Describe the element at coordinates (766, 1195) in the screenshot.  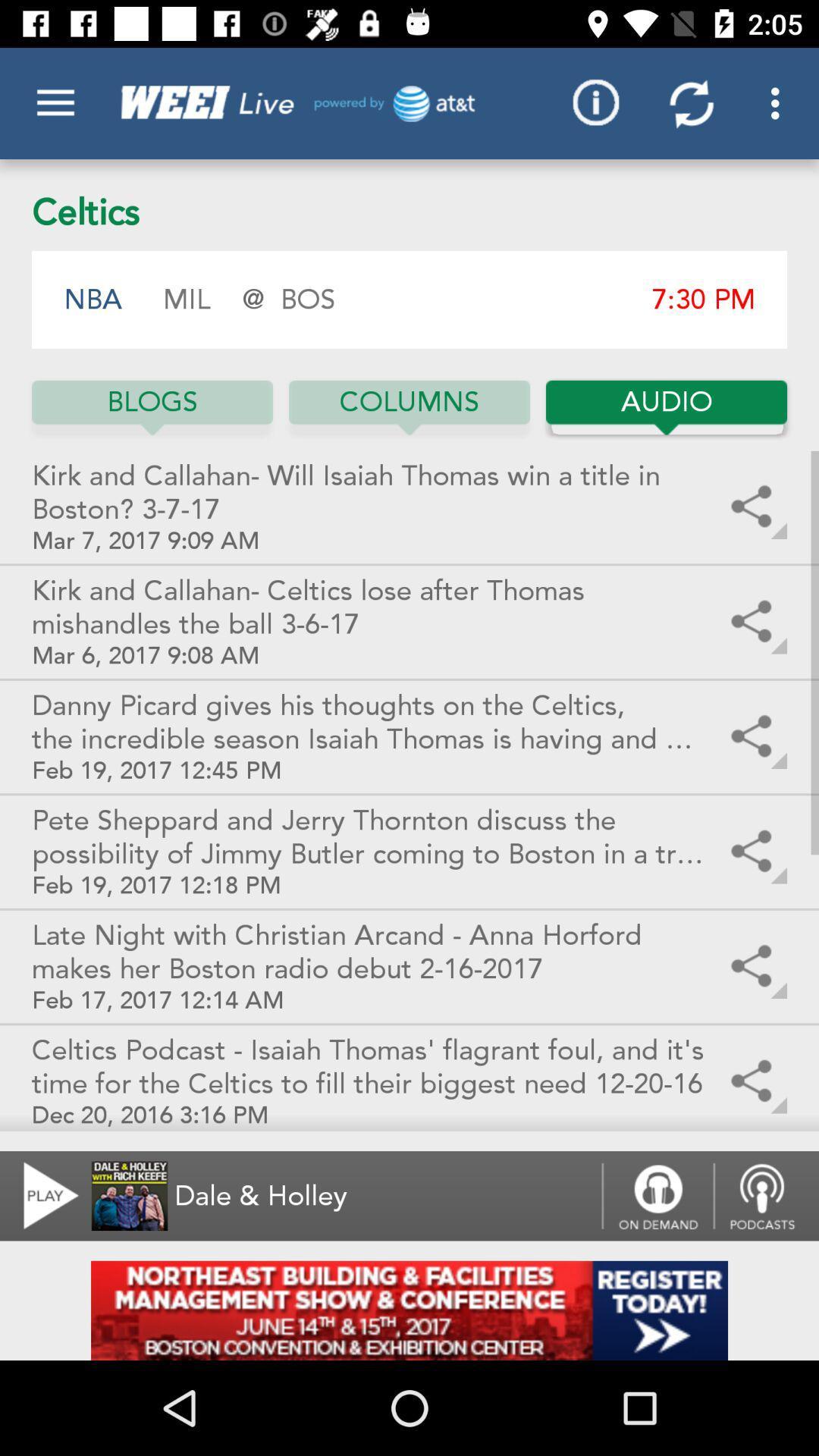
I see `the location icon` at that location.